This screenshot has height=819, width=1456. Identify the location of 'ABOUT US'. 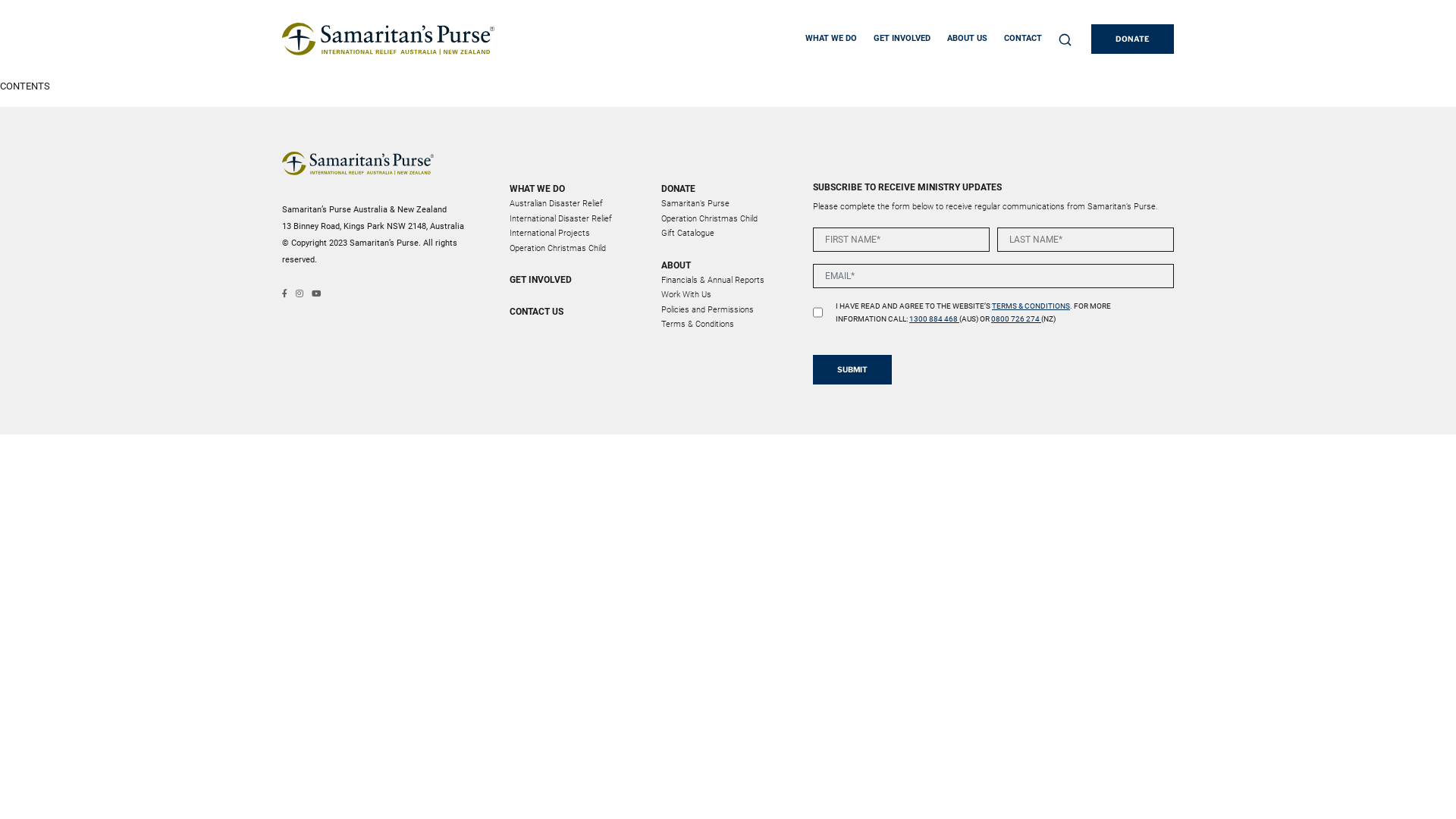
(966, 38).